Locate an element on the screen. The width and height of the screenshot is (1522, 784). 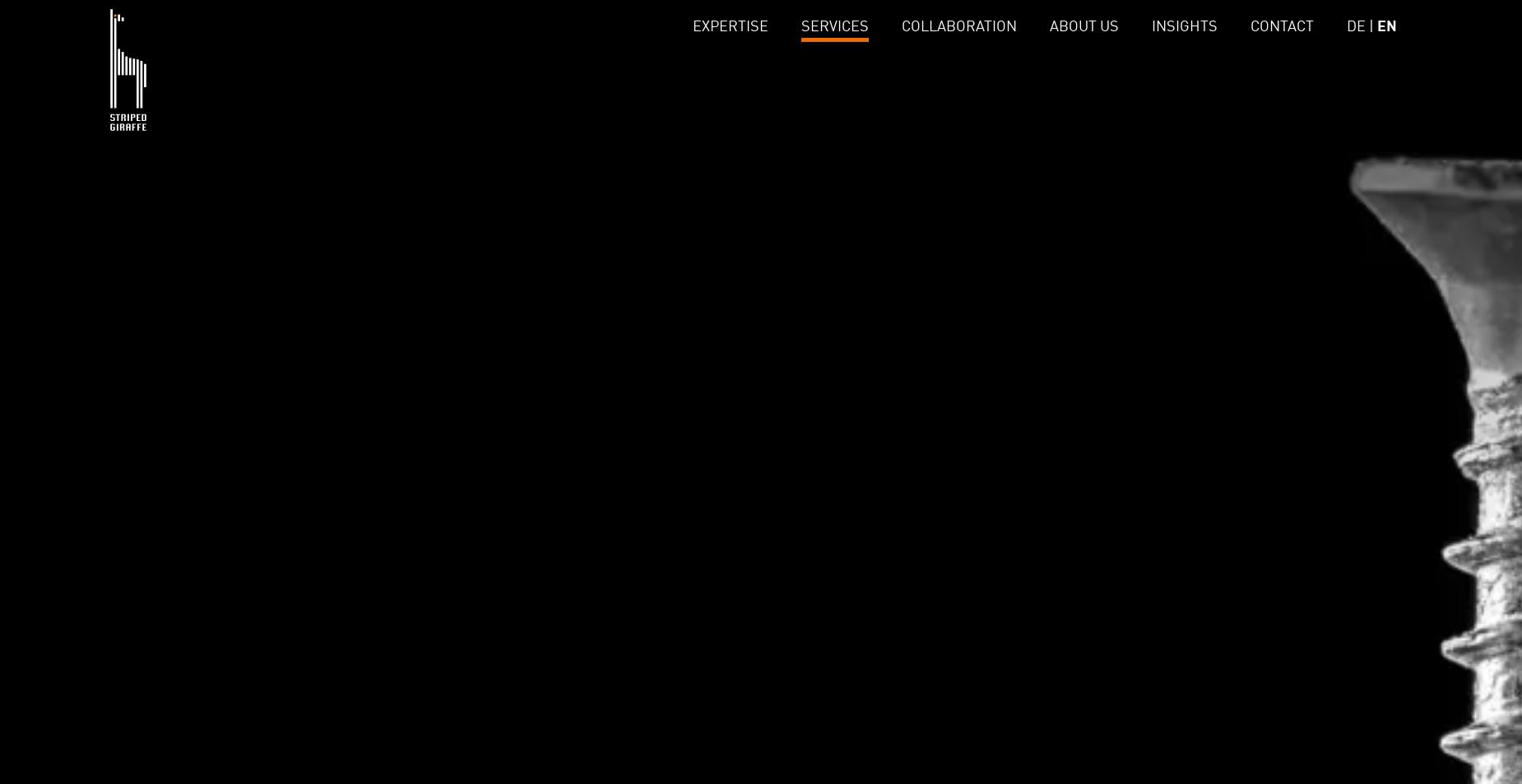
'DE |' is located at coordinates (1361, 26).